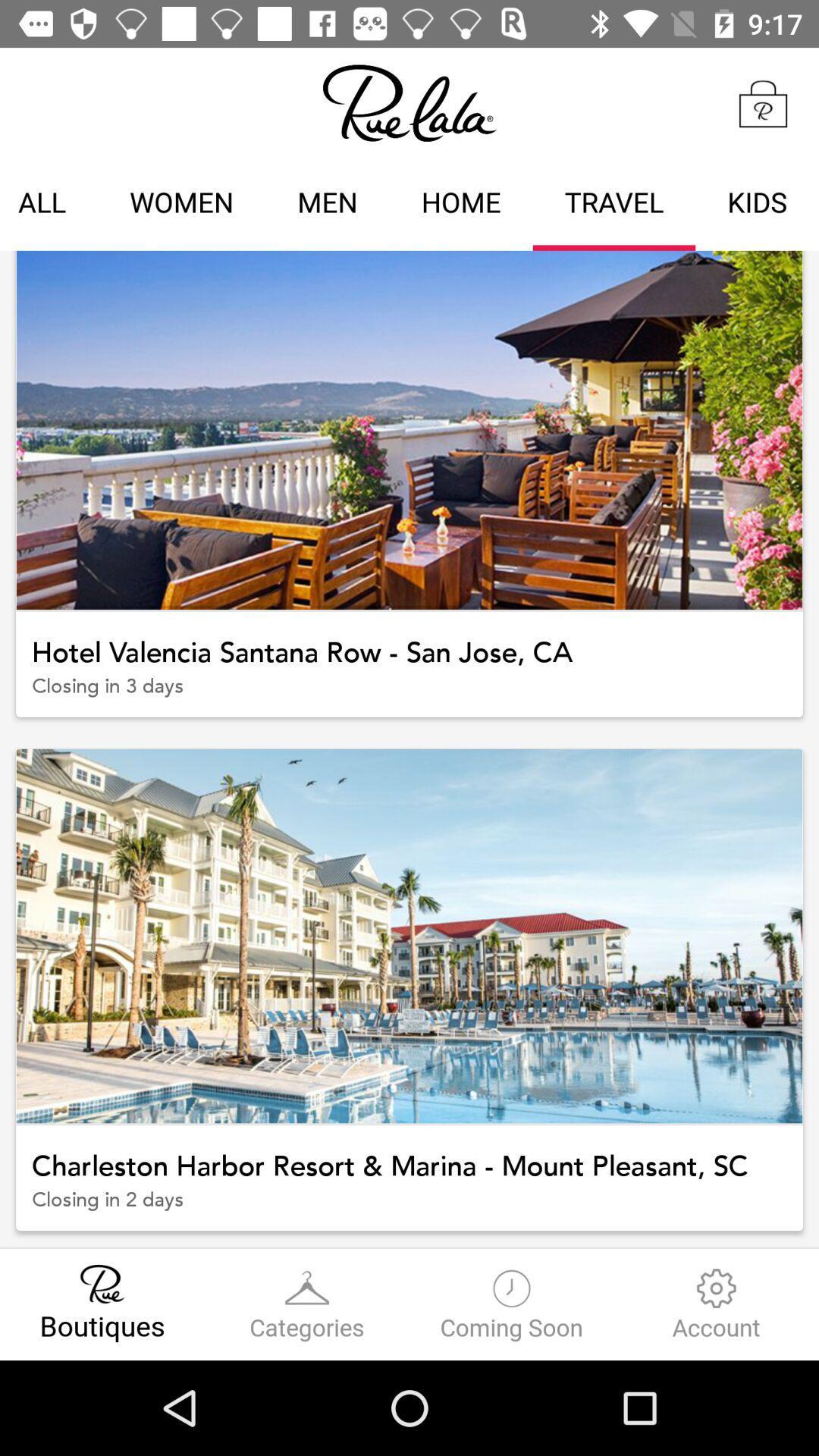 The height and width of the screenshot is (1456, 819). Describe the element at coordinates (180, 204) in the screenshot. I see `the icon to the right of all` at that location.